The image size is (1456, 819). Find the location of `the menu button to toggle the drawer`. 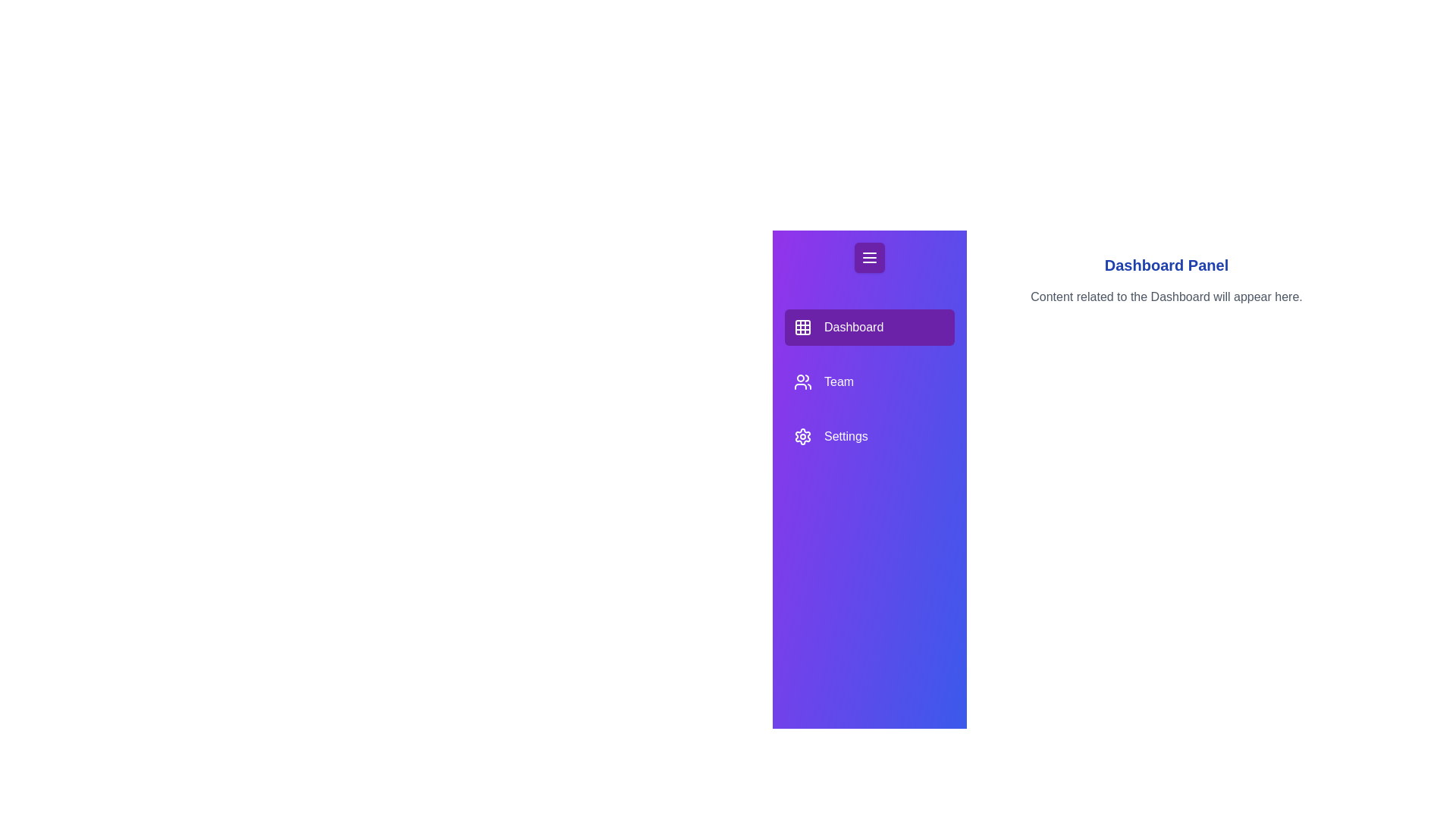

the menu button to toggle the drawer is located at coordinates (870, 256).